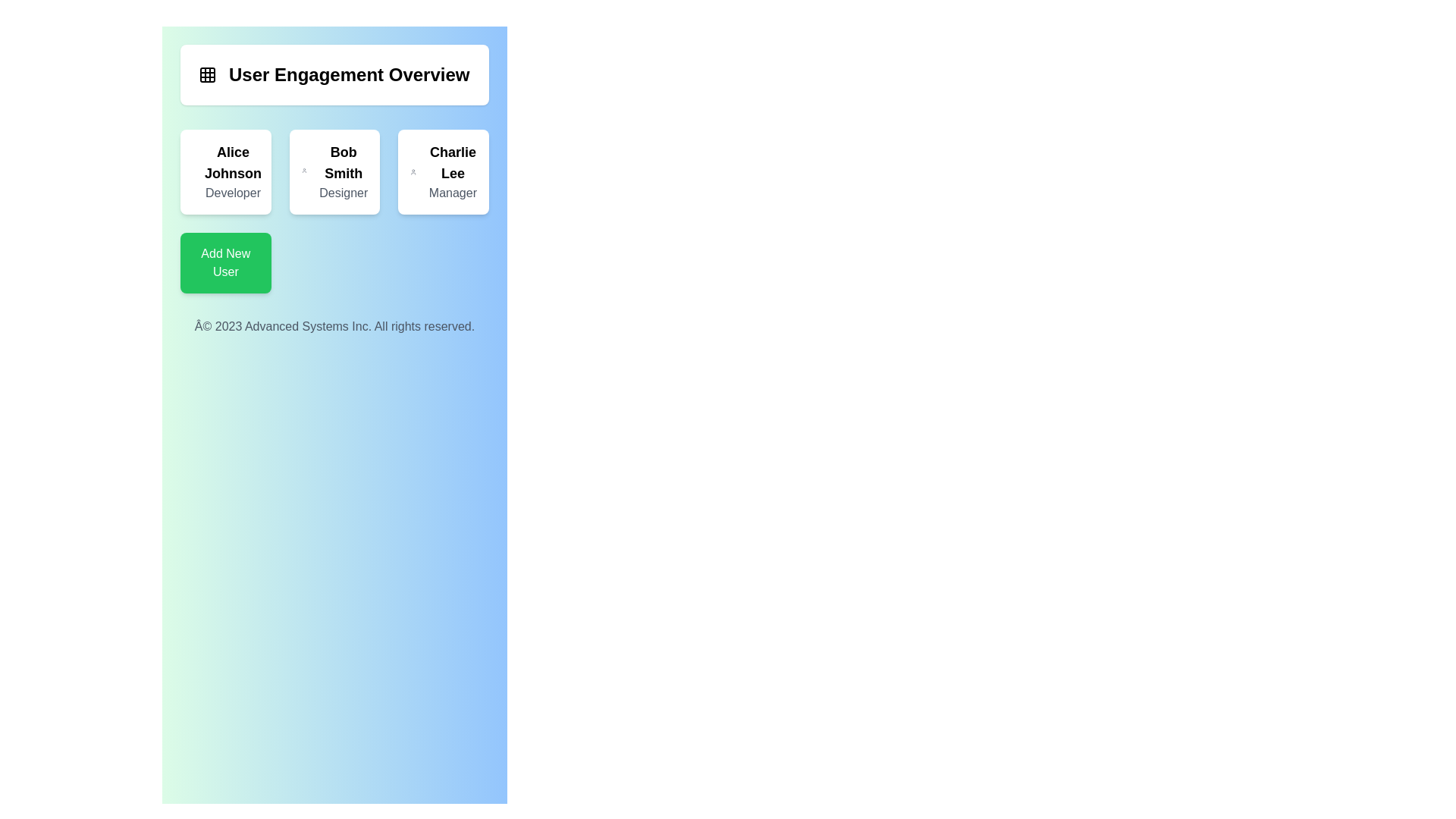  What do you see at coordinates (348, 75) in the screenshot?
I see `the 'User Engagement Overview' text label, which is prominently displayed in a bold, large font at the top center of the interface, located to the right of a grid icon` at bounding box center [348, 75].